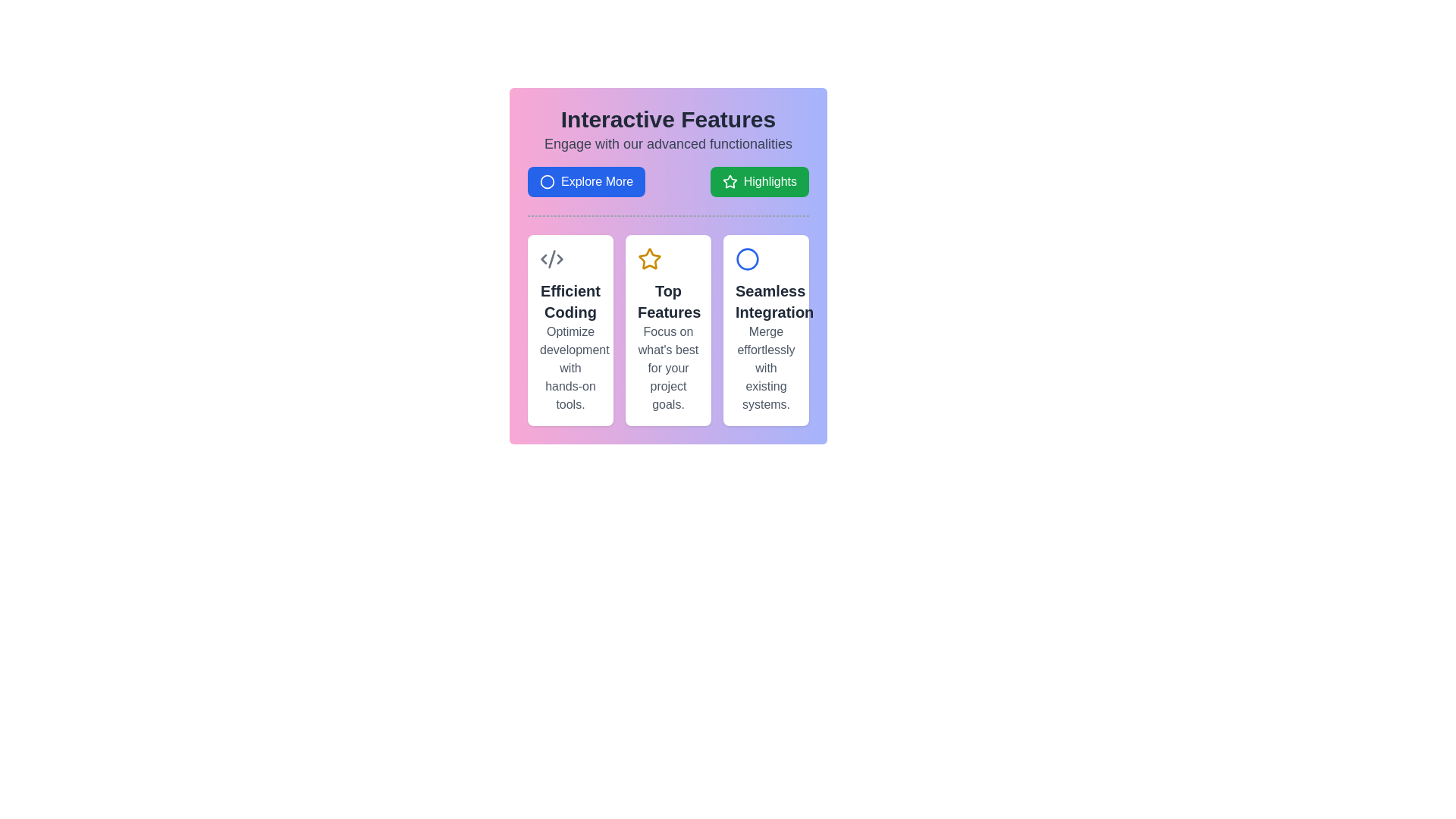 The image size is (1456, 819). Describe the element at coordinates (766, 369) in the screenshot. I see `the explanatory text element located beneath the 'Seamless Integration' heading in the rightmost card` at that location.